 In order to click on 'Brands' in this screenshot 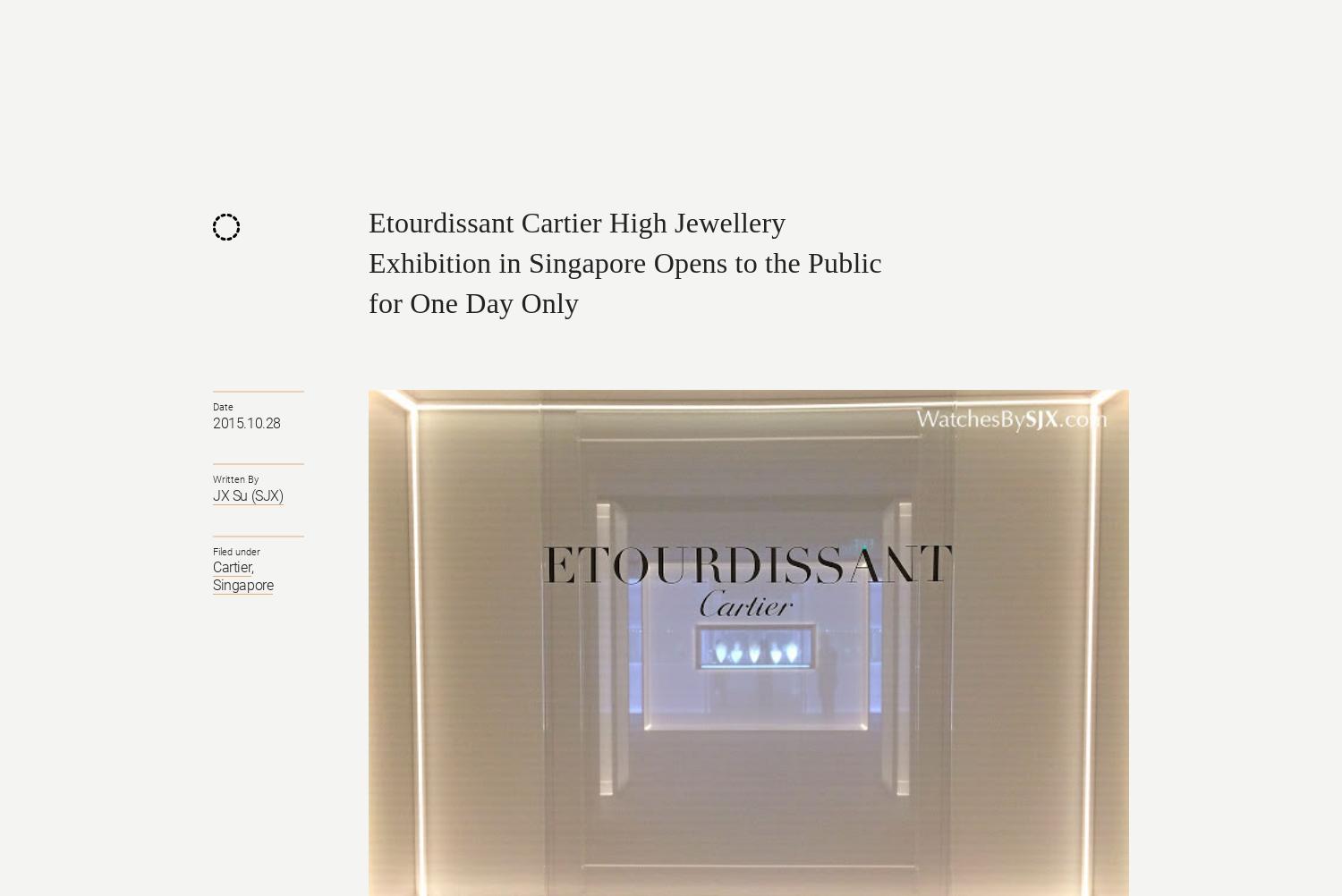, I will do `click(788, 48)`.